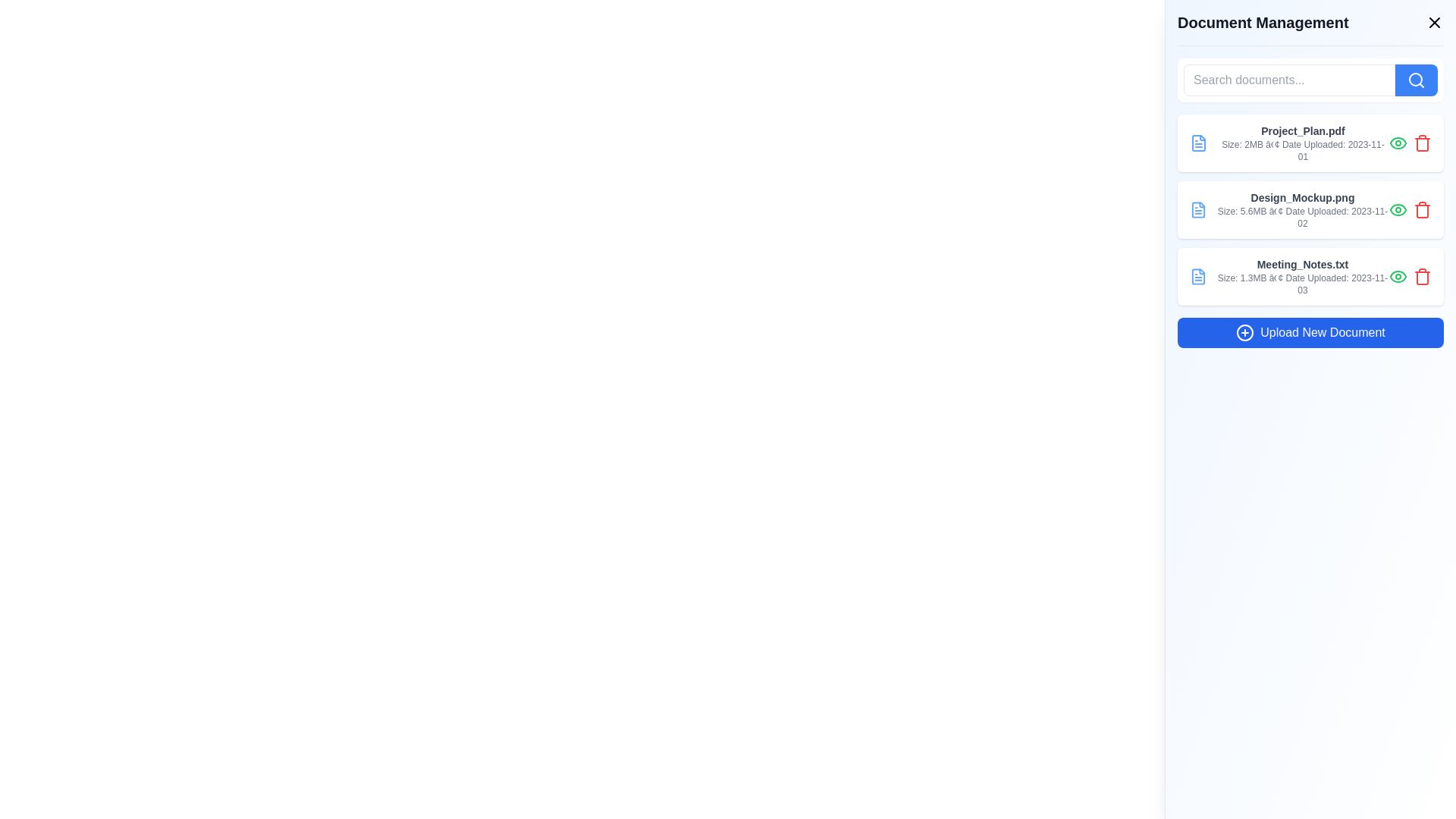 The height and width of the screenshot is (819, 1456). What do you see at coordinates (1197, 143) in the screenshot?
I see `the blue file icon that resembles a sheet with text lines, located to the left of the 'Project_Plan.pdf' document entry in the document management list` at bounding box center [1197, 143].